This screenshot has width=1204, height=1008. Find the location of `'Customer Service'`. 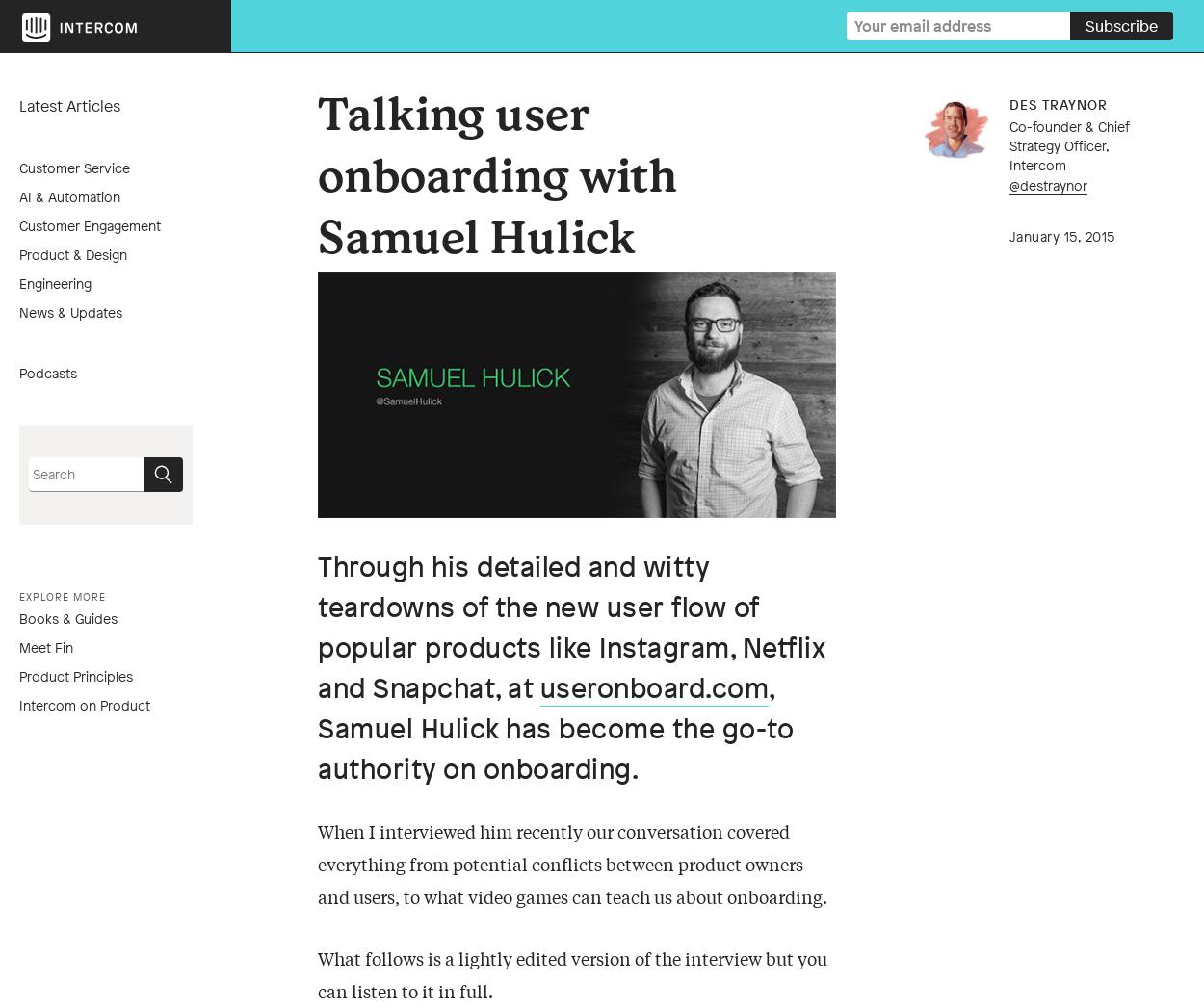

'Customer Service' is located at coordinates (73, 167).